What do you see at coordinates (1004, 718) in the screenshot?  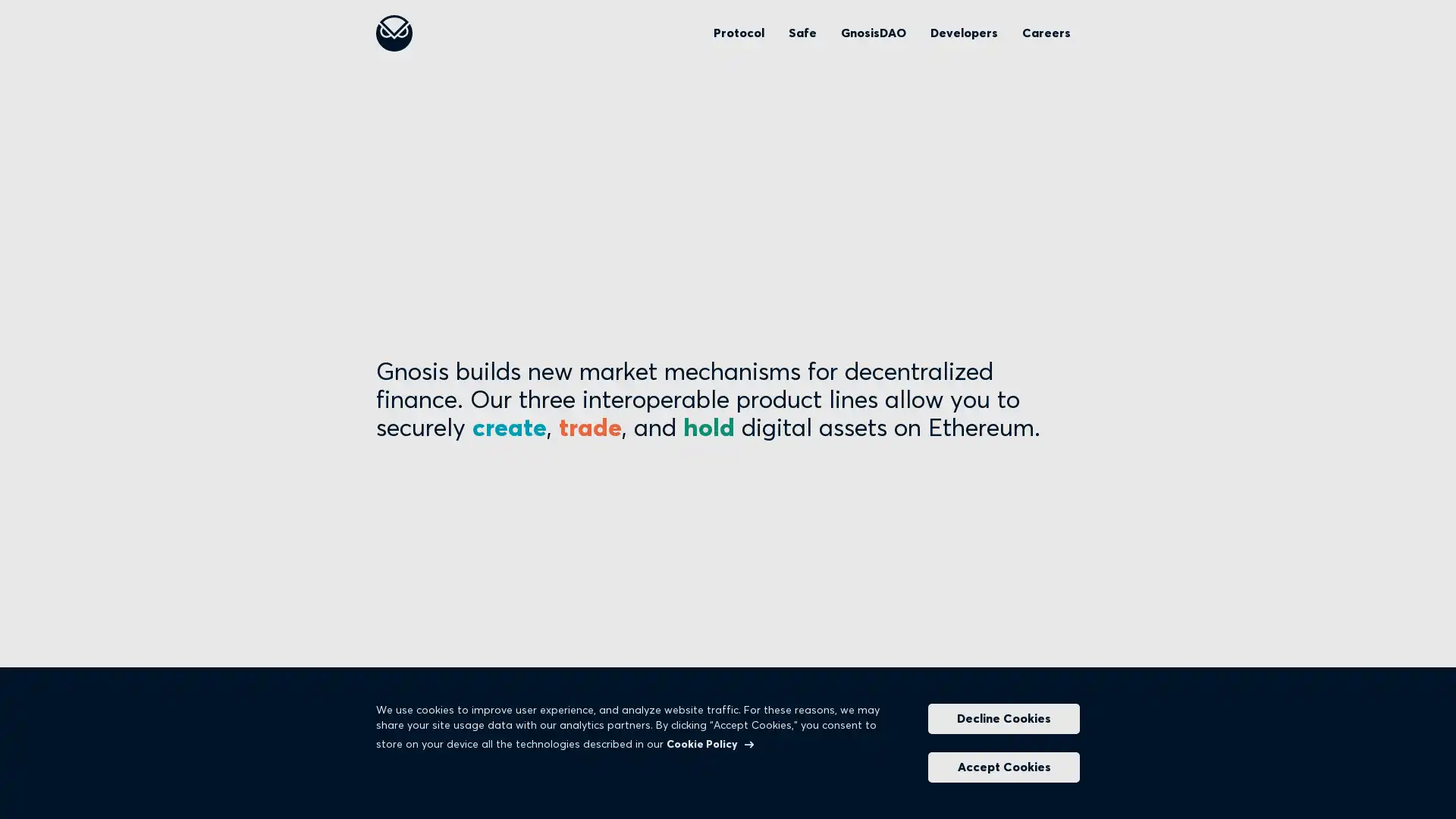 I see `Decline Cookies` at bounding box center [1004, 718].